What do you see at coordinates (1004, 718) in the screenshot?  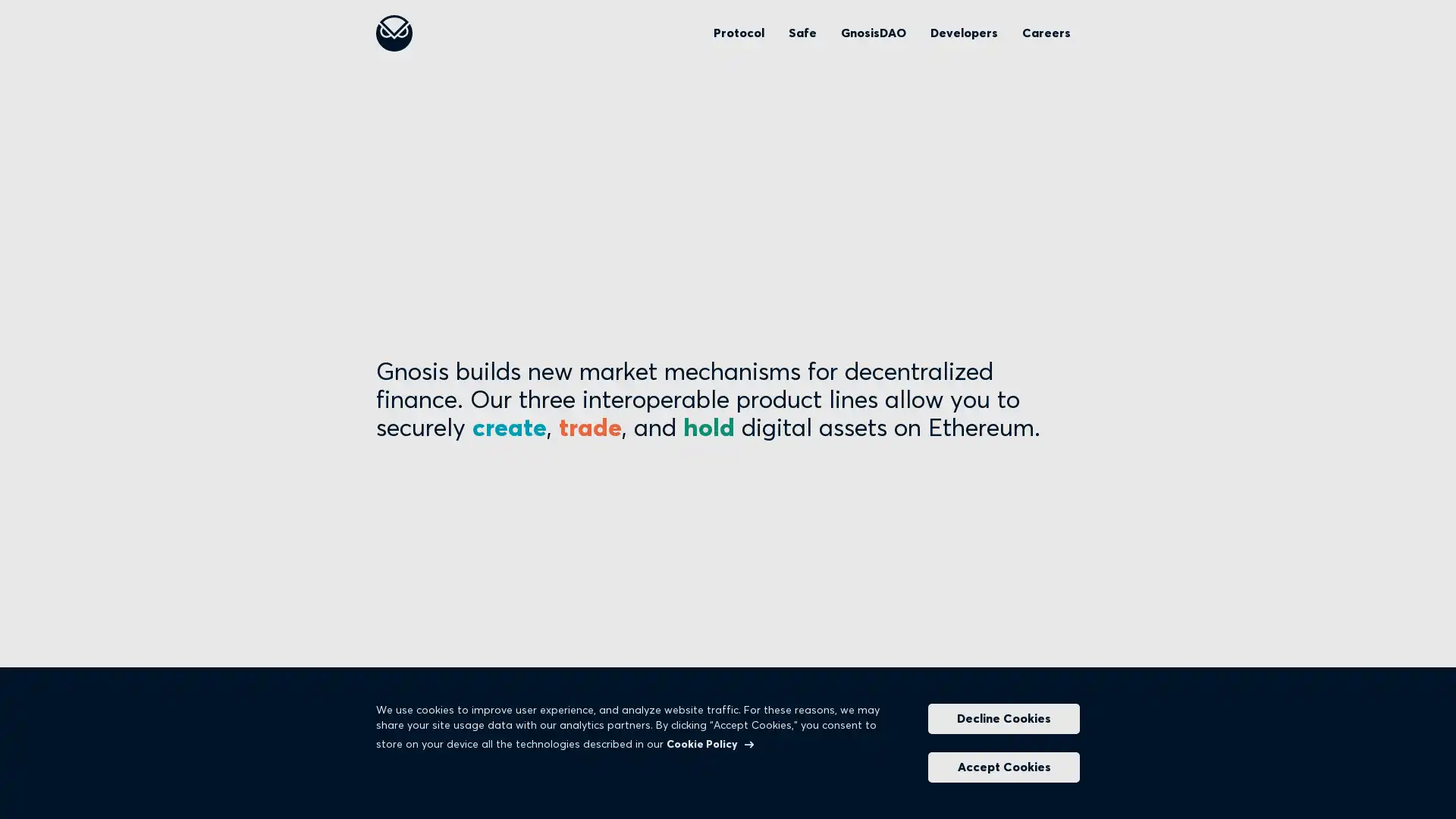 I see `Decline Cookies` at bounding box center [1004, 718].